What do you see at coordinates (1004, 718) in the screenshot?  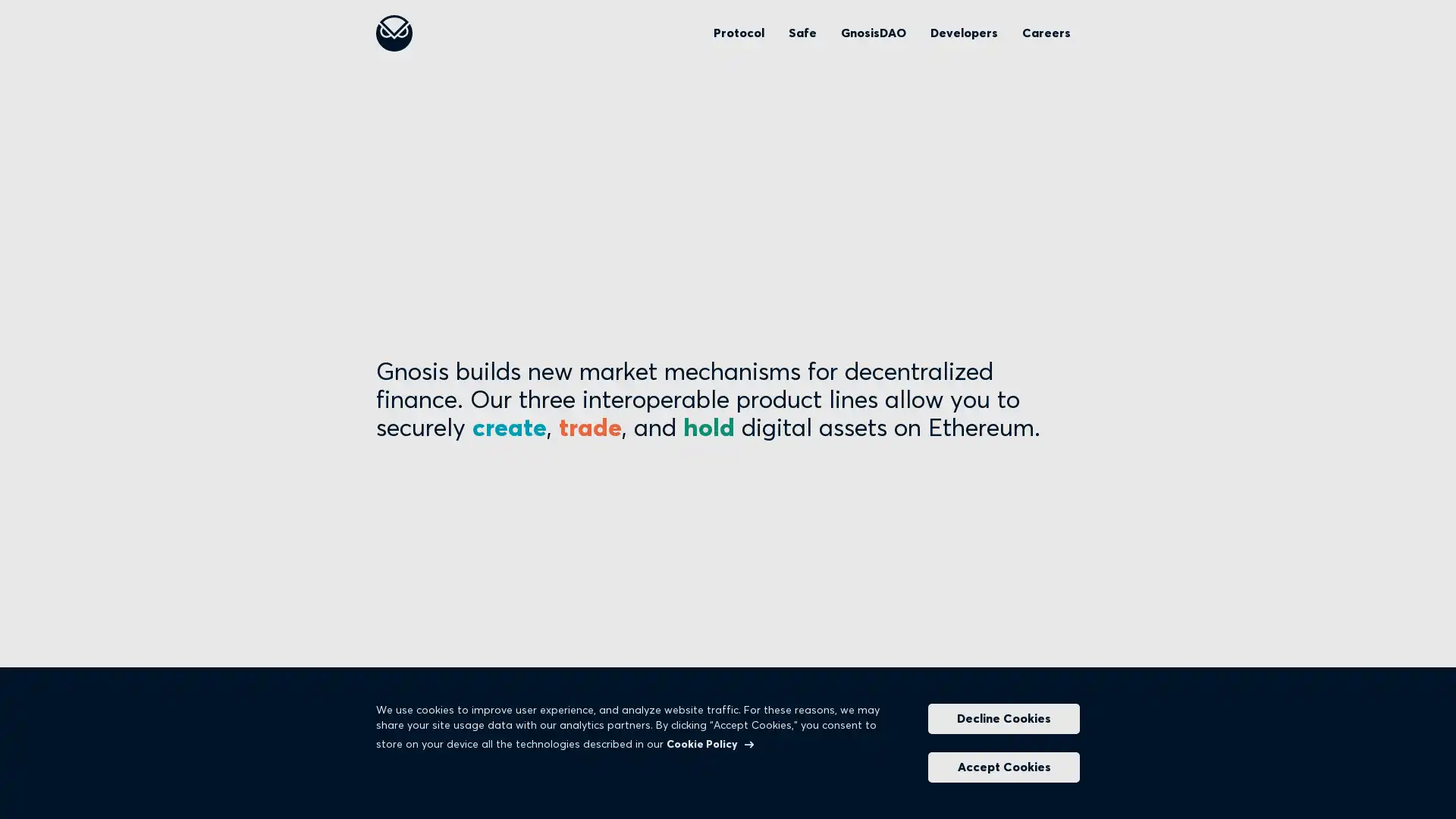 I see `Decline Cookies` at bounding box center [1004, 718].